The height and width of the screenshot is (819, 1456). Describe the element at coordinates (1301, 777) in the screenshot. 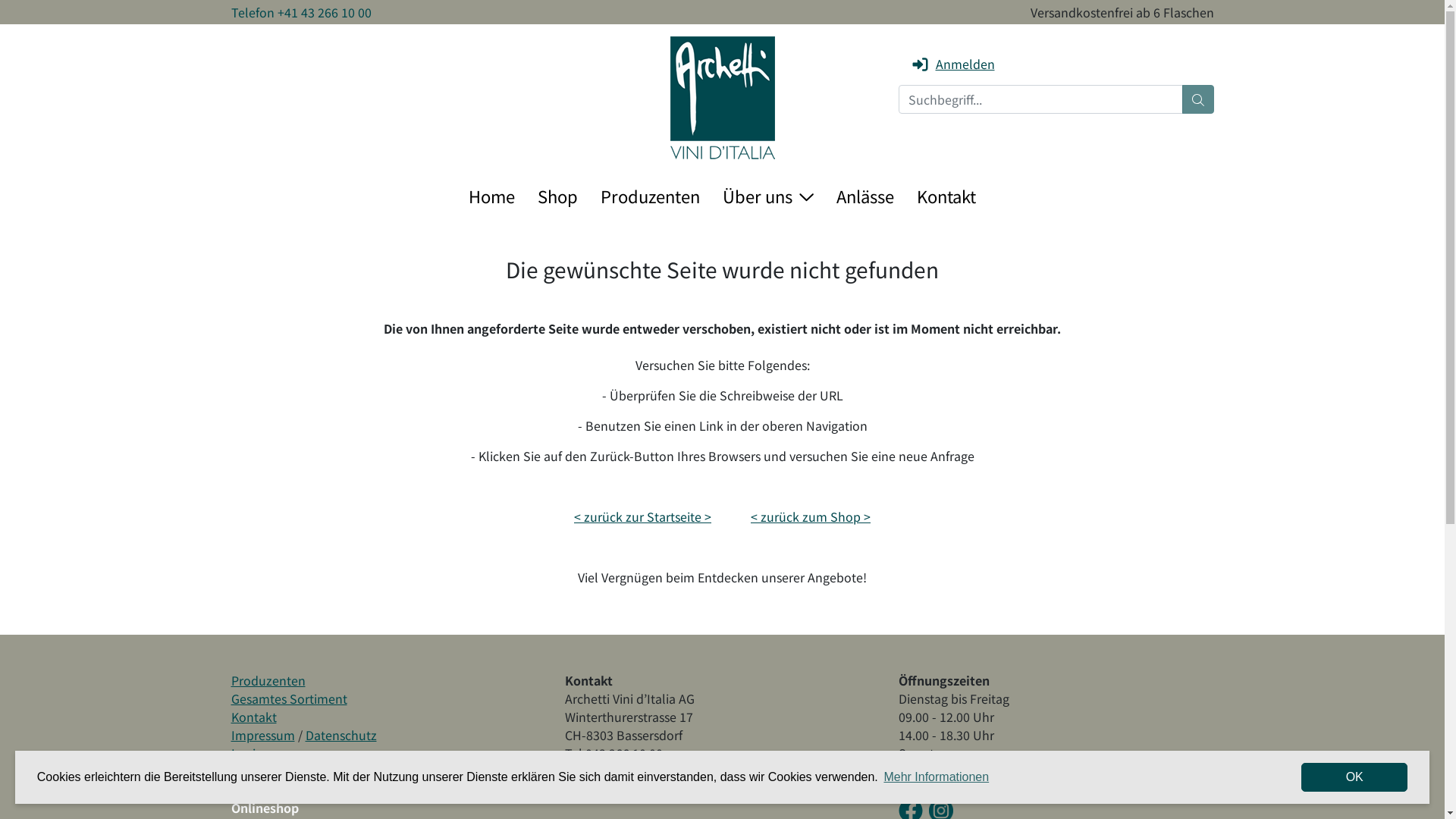

I see `'OK'` at that location.